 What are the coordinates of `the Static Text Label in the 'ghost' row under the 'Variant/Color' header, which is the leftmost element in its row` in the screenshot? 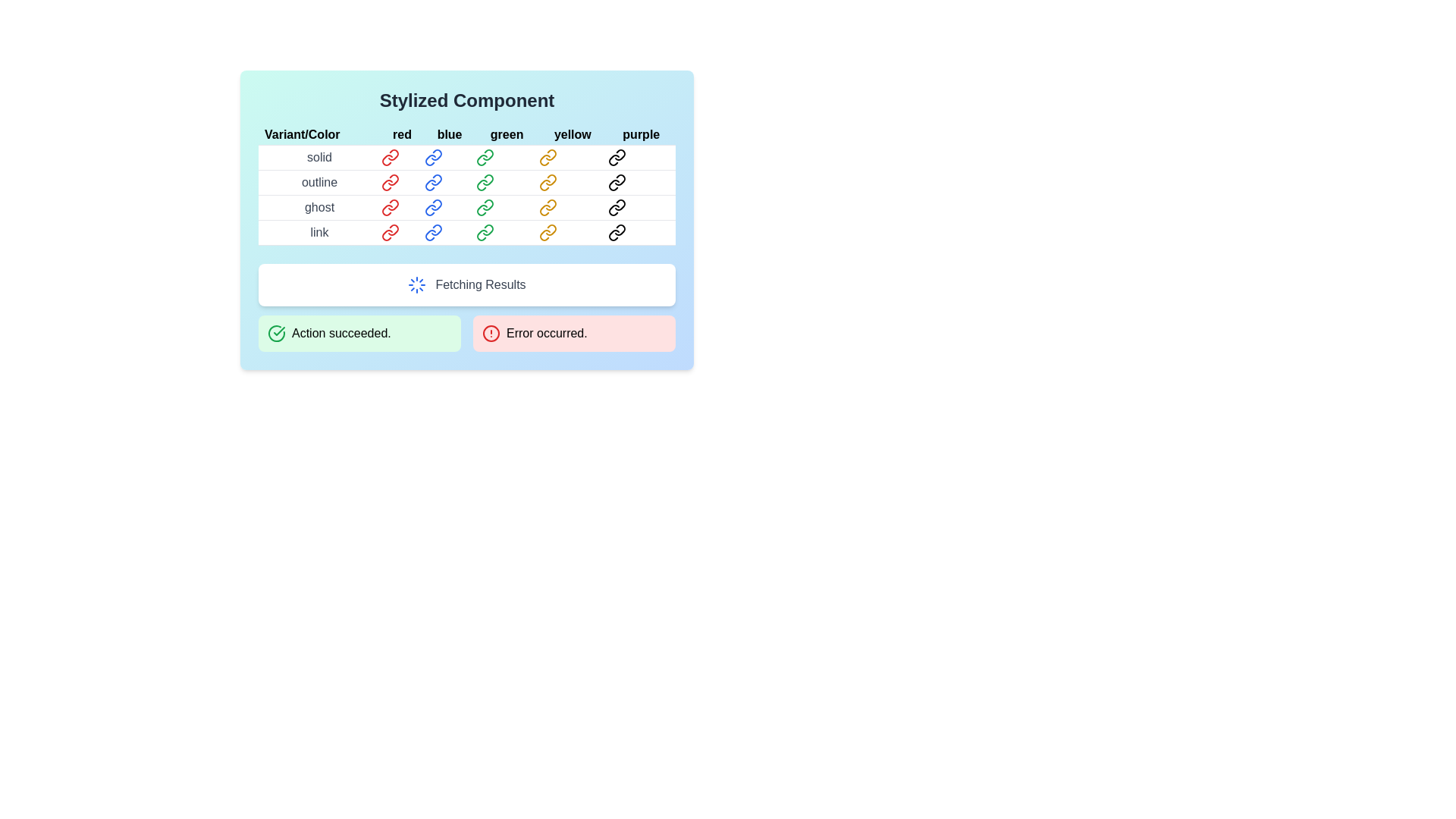 It's located at (318, 233).